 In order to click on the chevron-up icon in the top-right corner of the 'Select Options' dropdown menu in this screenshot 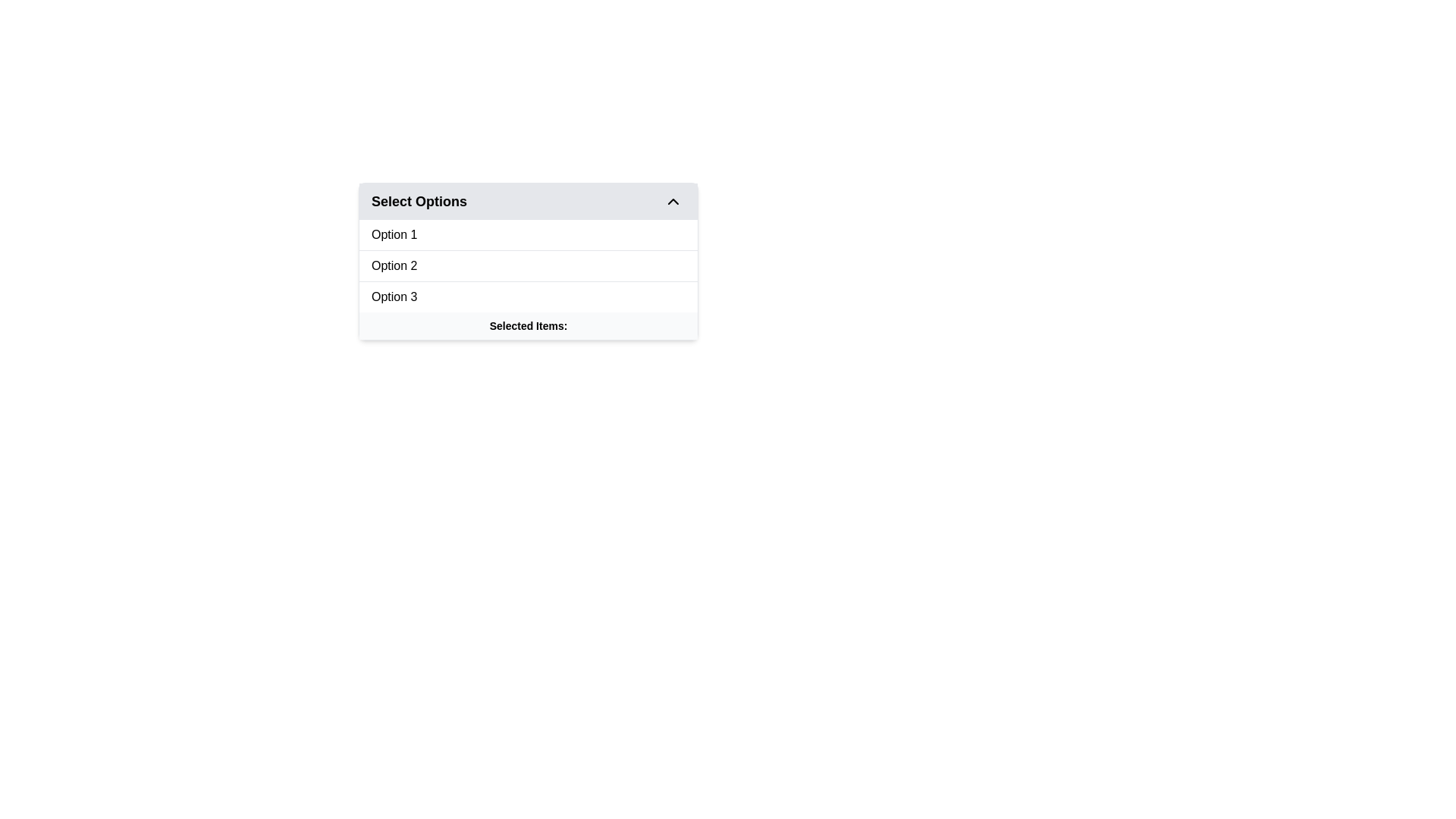, I will do `click(673, 201)`.